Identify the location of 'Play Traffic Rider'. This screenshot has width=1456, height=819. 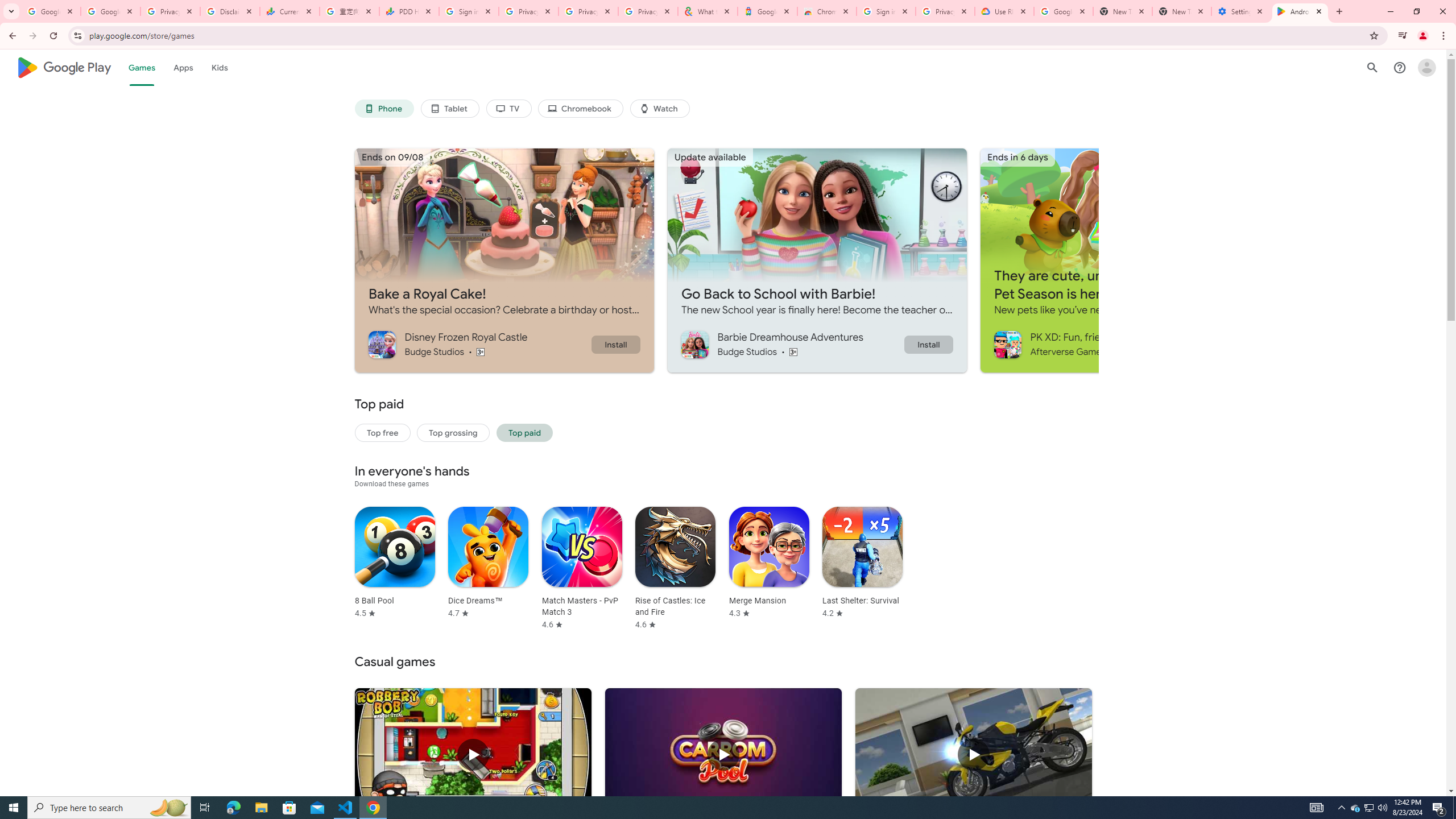
(973, 754).